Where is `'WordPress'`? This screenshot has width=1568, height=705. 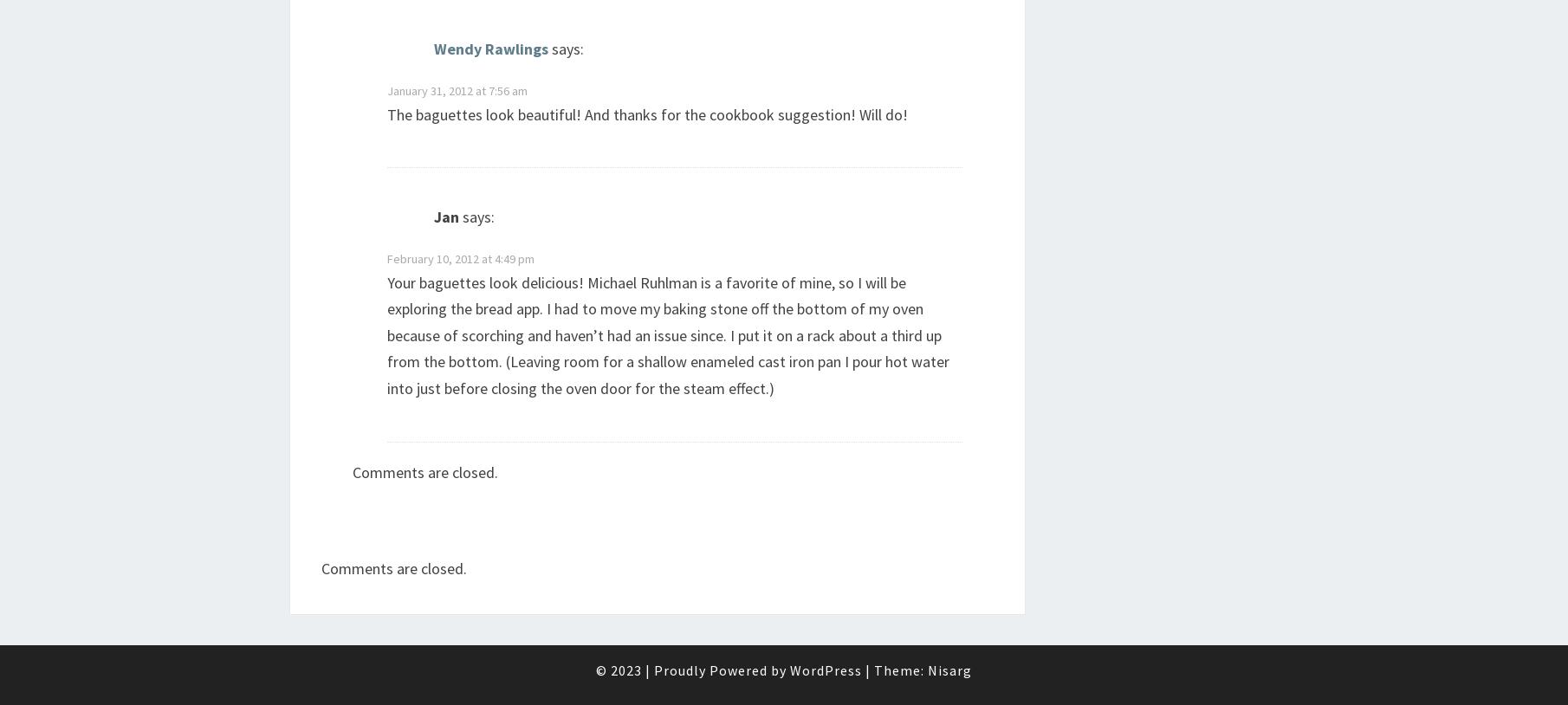 'WordPress' is located at coordinates (826, 669).